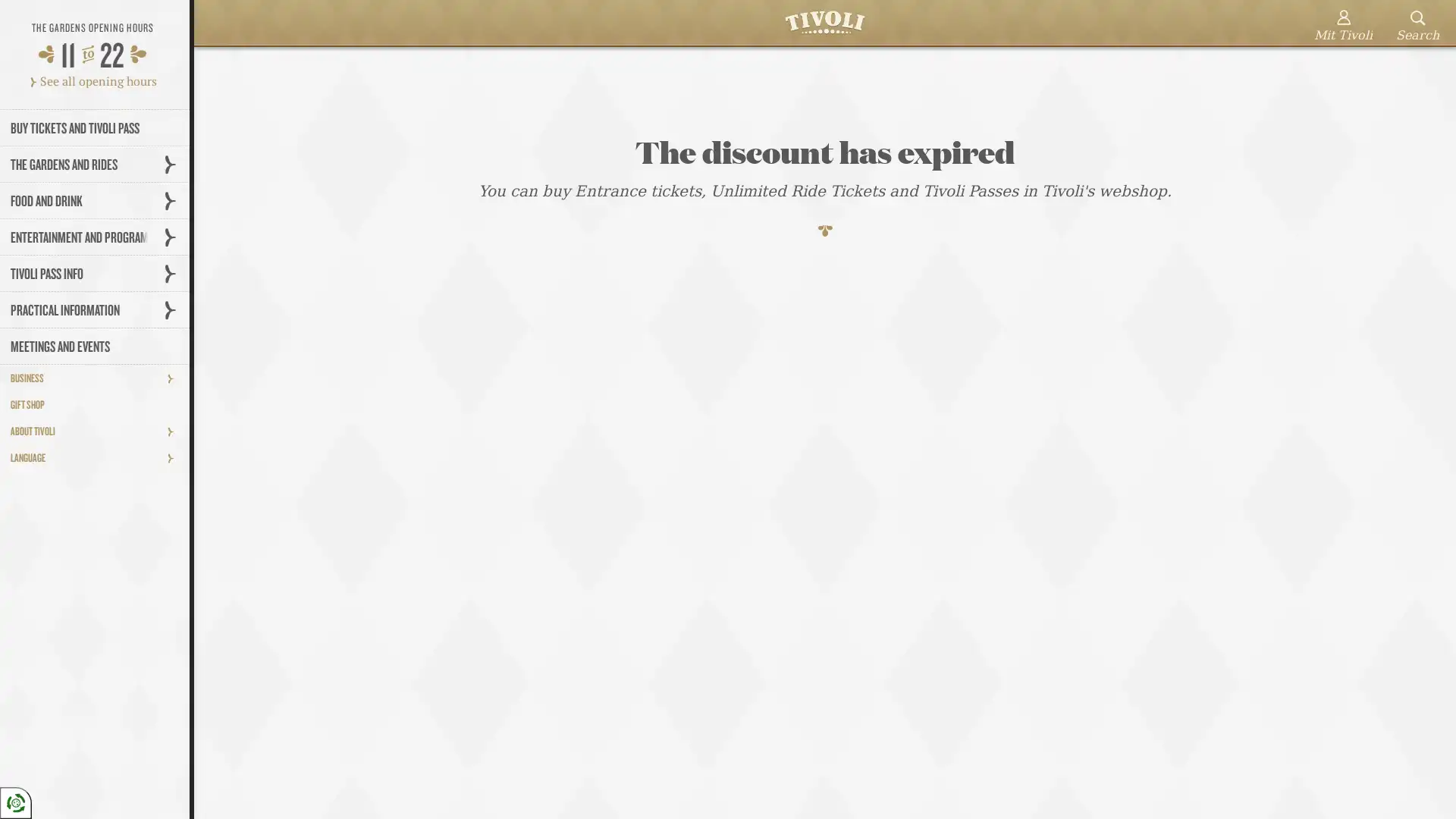  I want to click on Business, so click(174, 377).